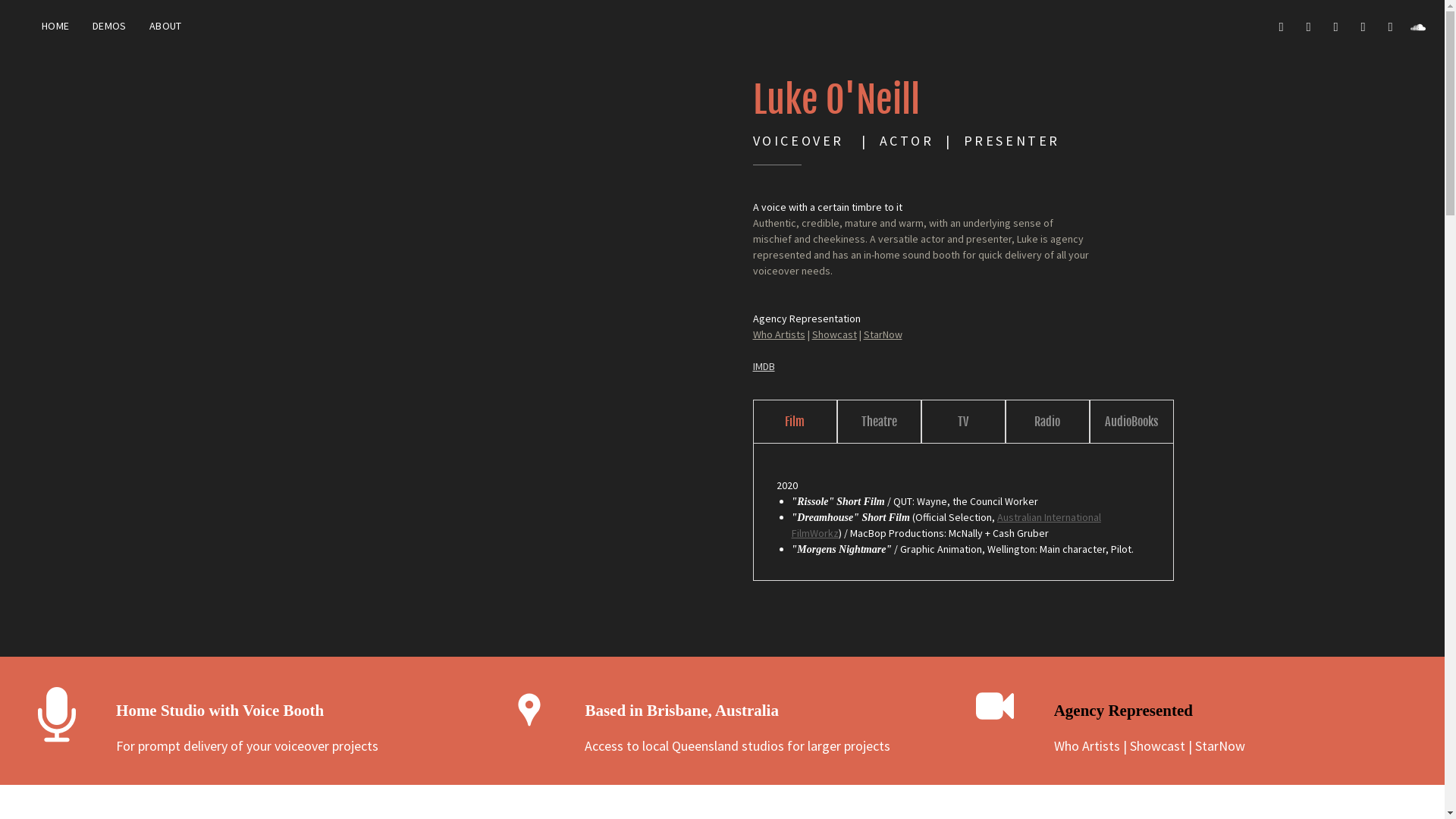 This screenshot has height=819, width=1456. Describe the element at coordinates (30, 26) in the screenshot. I see `'HOME'` at that location.